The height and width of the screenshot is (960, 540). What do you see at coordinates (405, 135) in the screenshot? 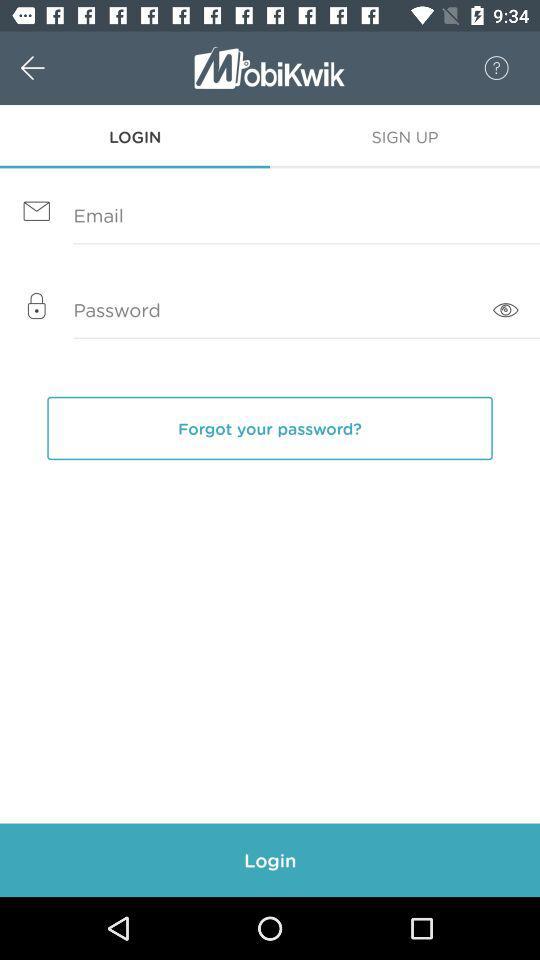
I see `item to the right of login` at bounding box center [405, 135].